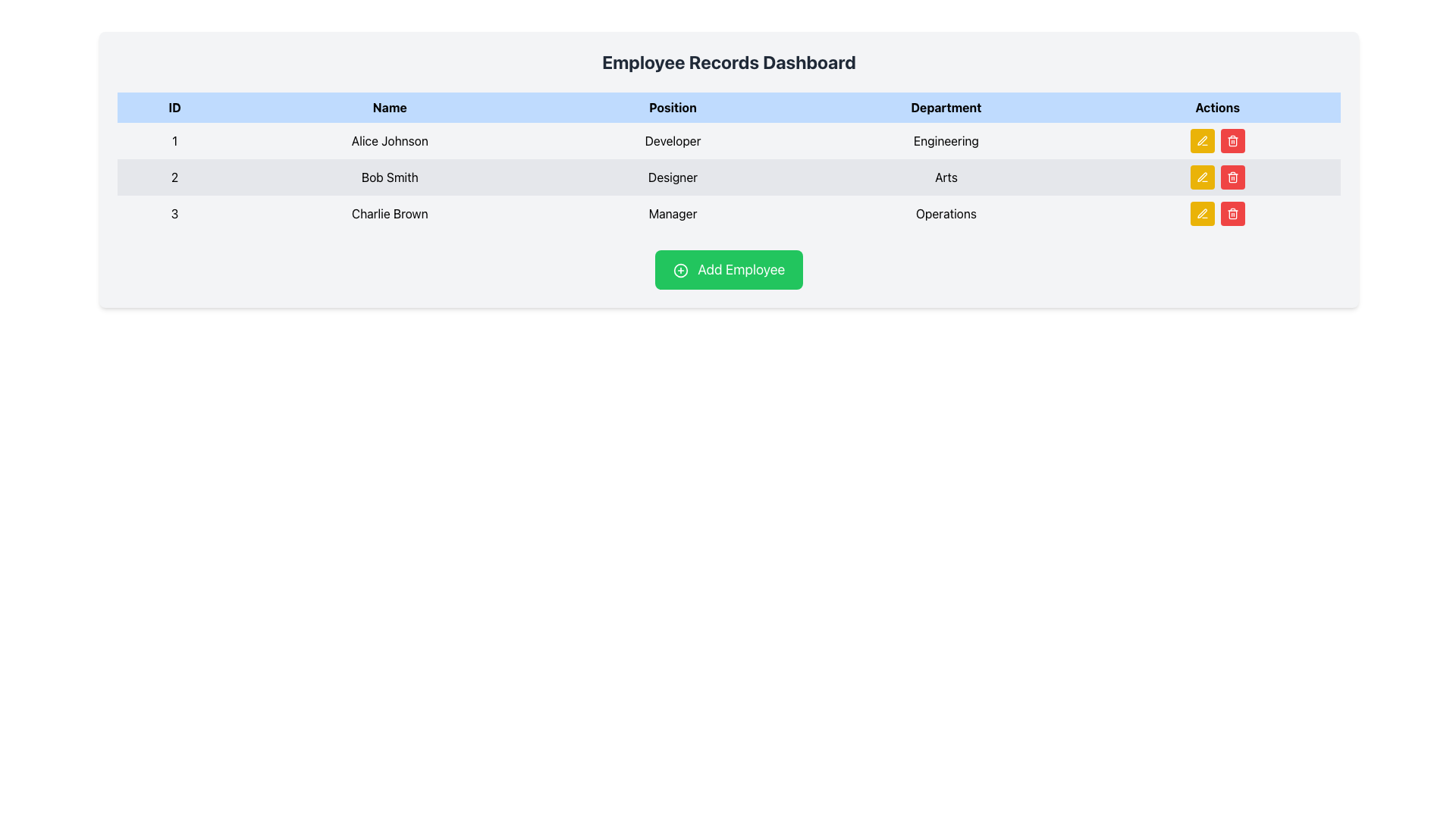  What do you see at coordinates (679, 270) in the screenshot?
I see `the decorative icon located to the left of the 'Add Employee' button's text within the green button at the bottom of the interface` at bounding box center [679, 270].